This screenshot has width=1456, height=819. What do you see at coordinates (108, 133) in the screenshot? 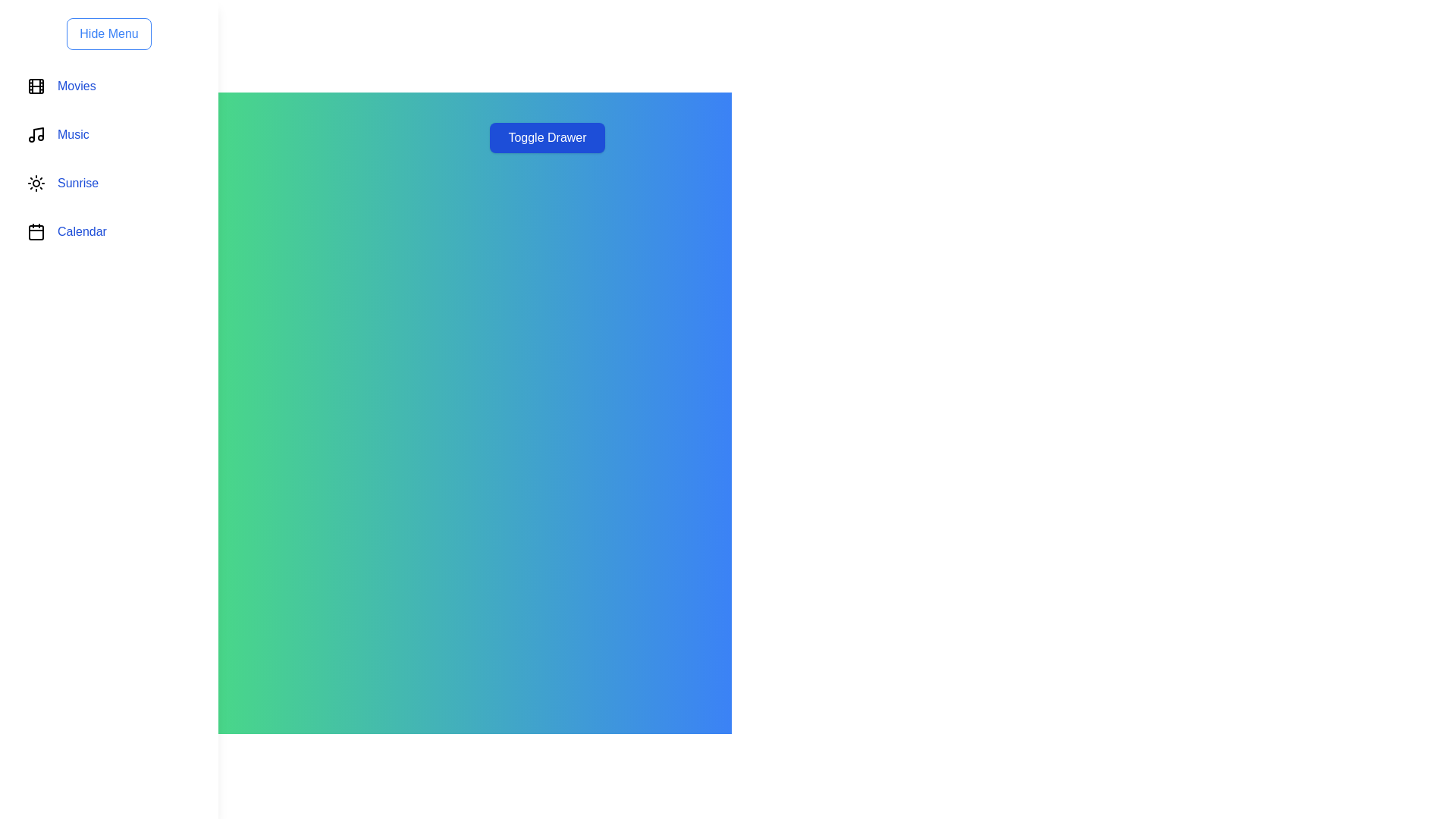
I see `the menu item Music` at bounding box center [108, 133].